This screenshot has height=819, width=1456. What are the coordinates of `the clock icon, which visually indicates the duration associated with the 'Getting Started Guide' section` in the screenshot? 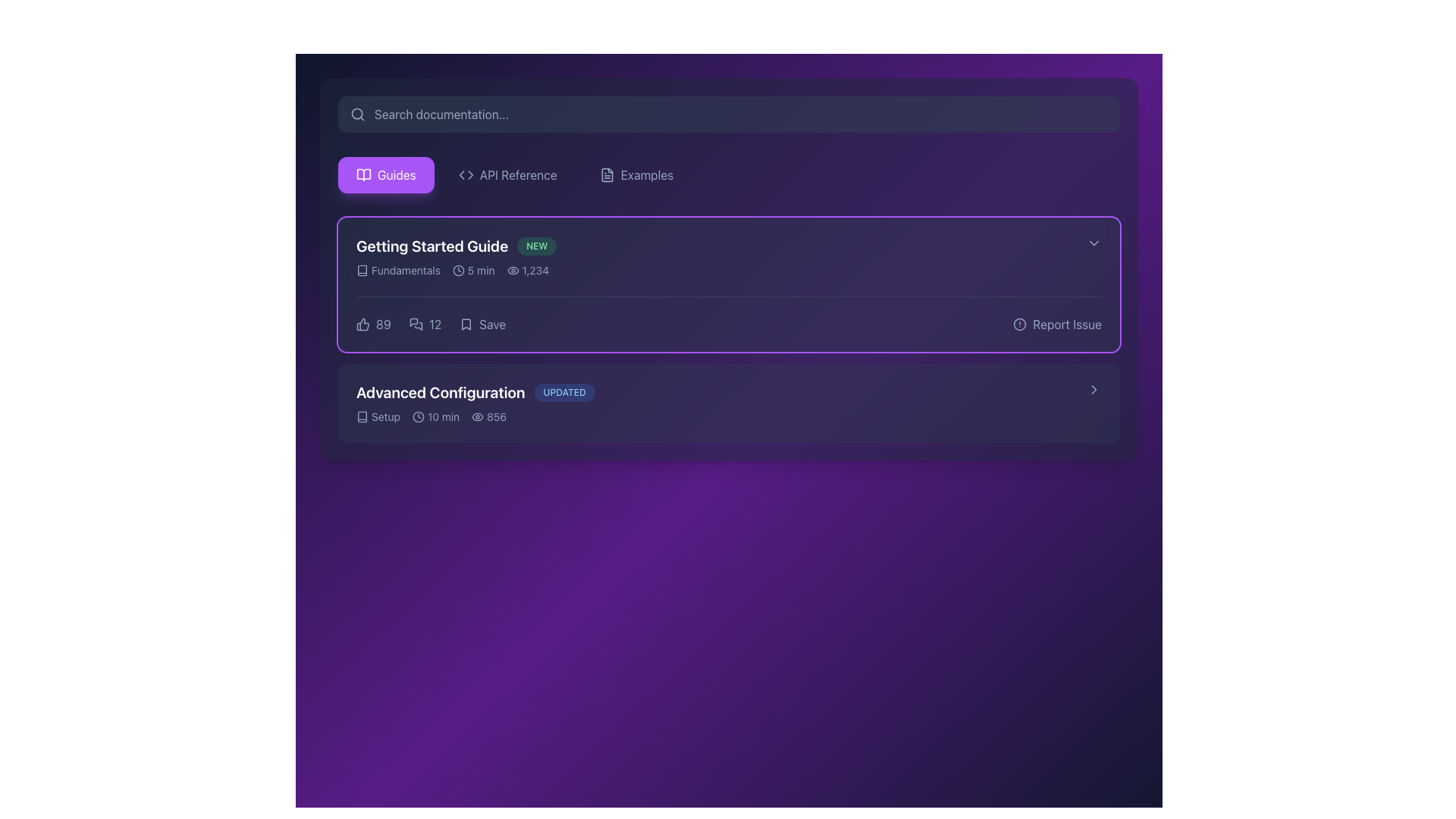 It's located at (457, 270).